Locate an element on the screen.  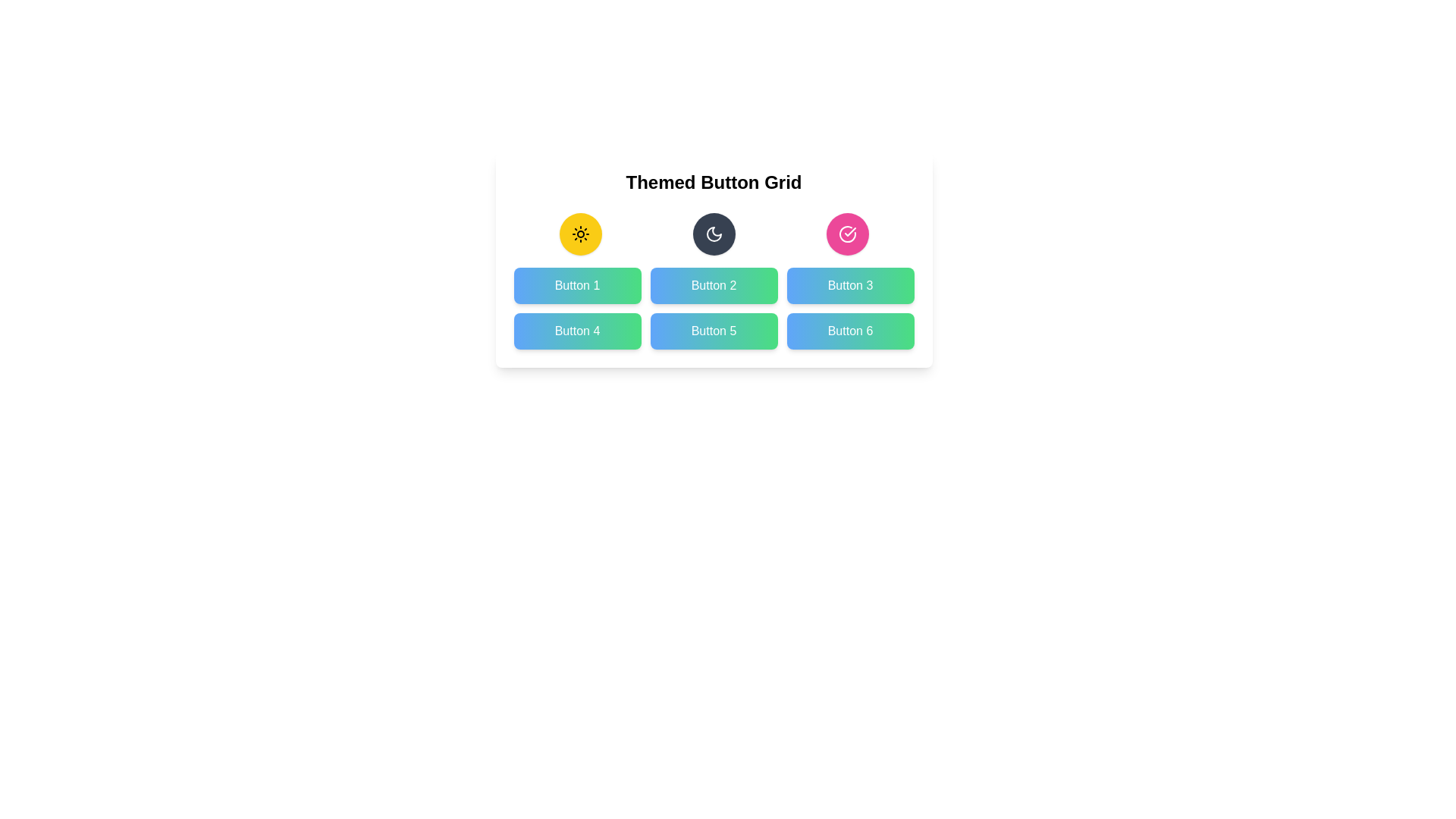
the decorative moon SVG icon located in the second button of the top row, which symbolizes a night or dark mode theme is located at coordinates (713, 234).